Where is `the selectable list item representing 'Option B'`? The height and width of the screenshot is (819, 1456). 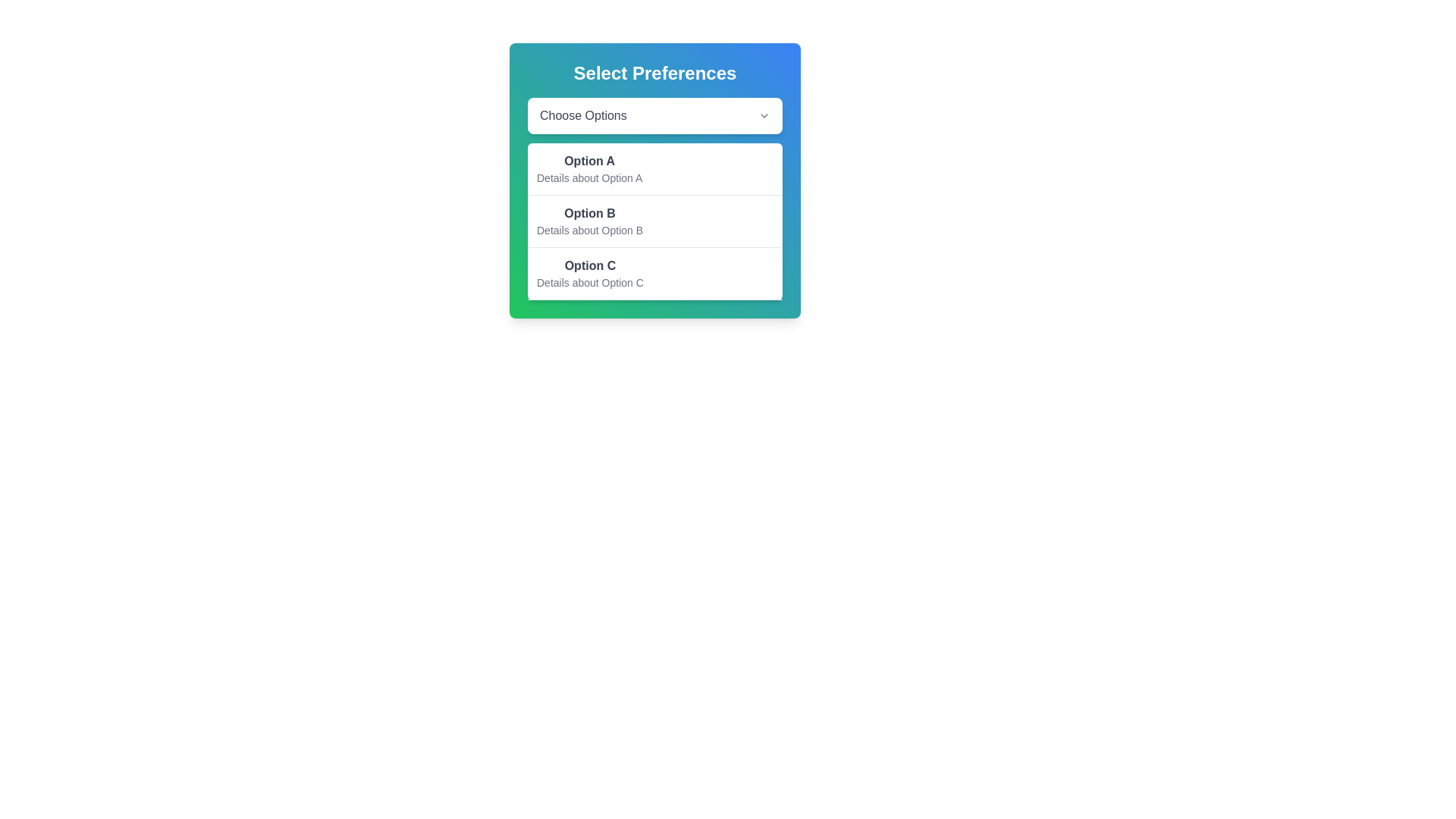 the selectable list item representing 'Option B' is located at coordinates (655, 221).